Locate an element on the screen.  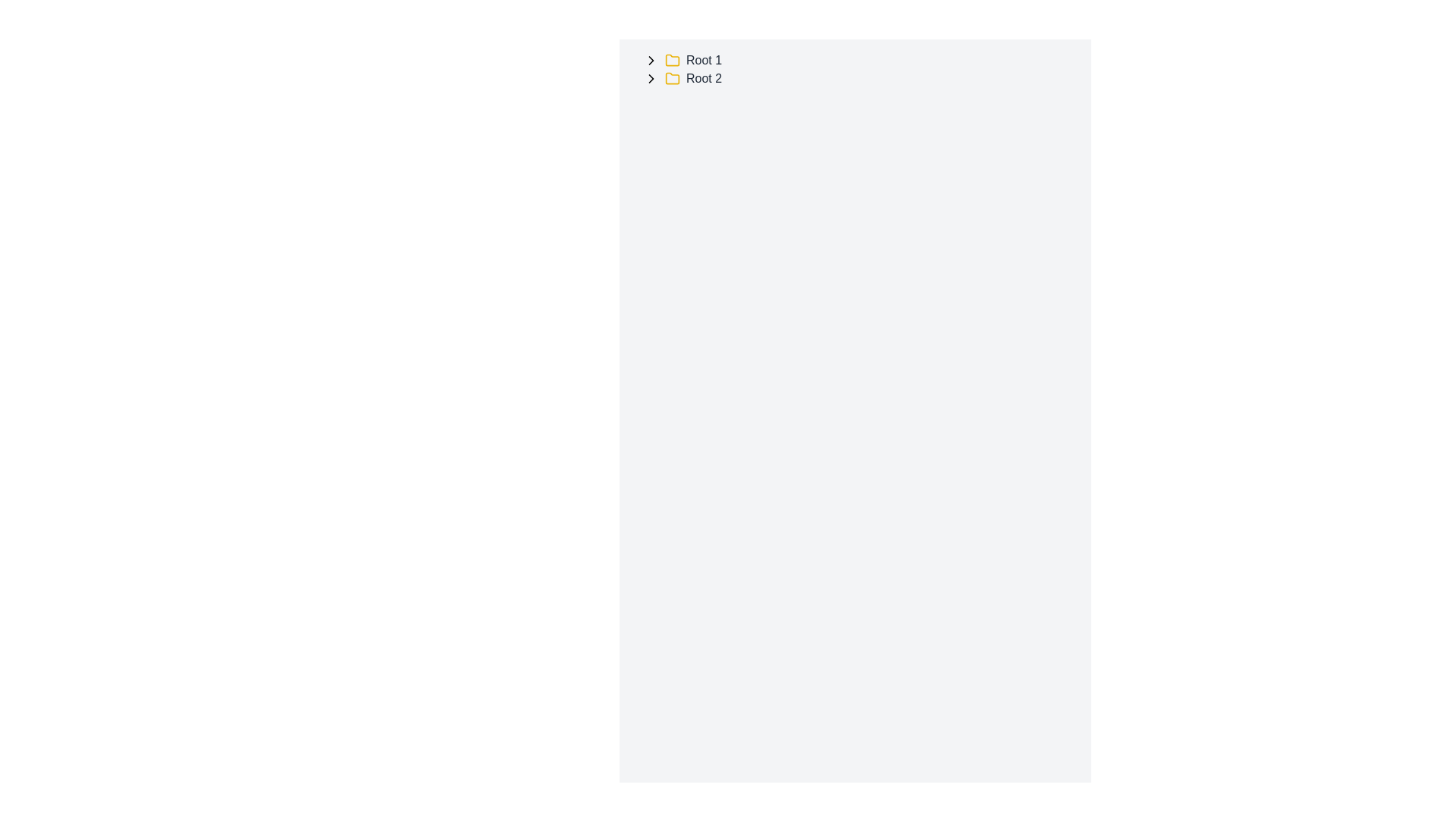
the chevron toggle icon located next to the text 'Root 2' in the hierarchical tree view is located at coordinates (651, 79).